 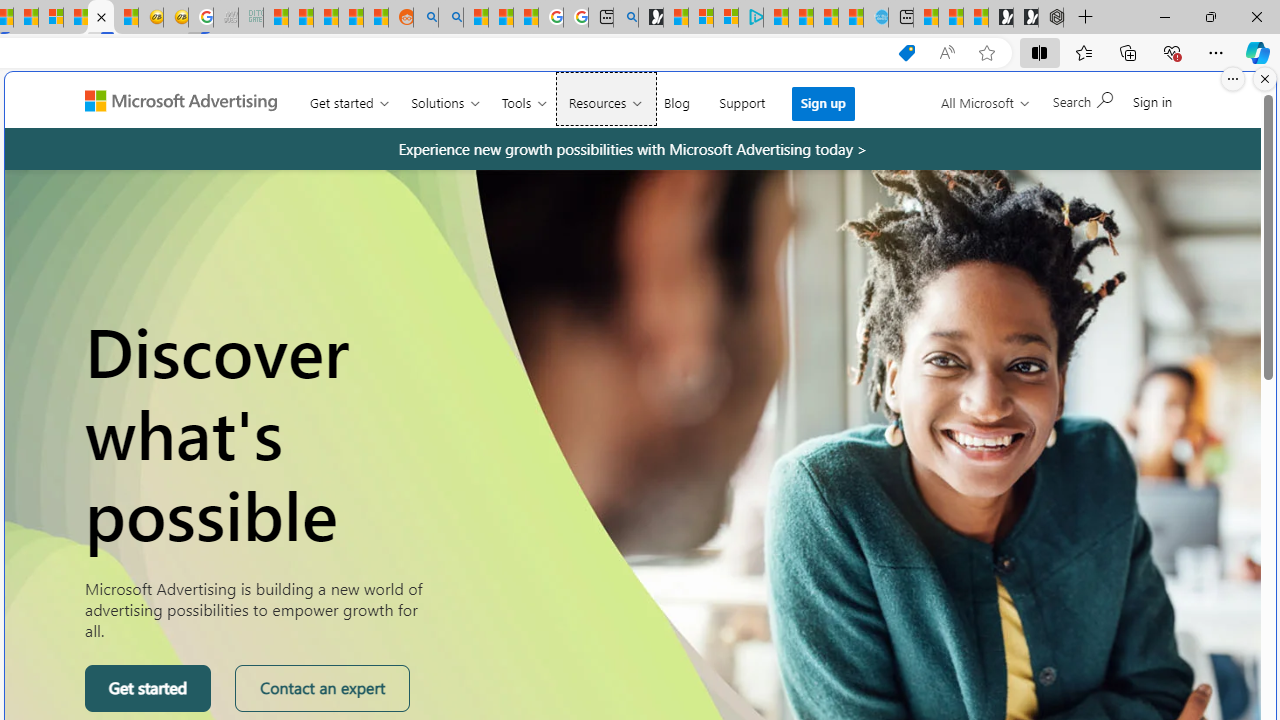 I want to click on 'Sign up', so click(x=823, y=103).